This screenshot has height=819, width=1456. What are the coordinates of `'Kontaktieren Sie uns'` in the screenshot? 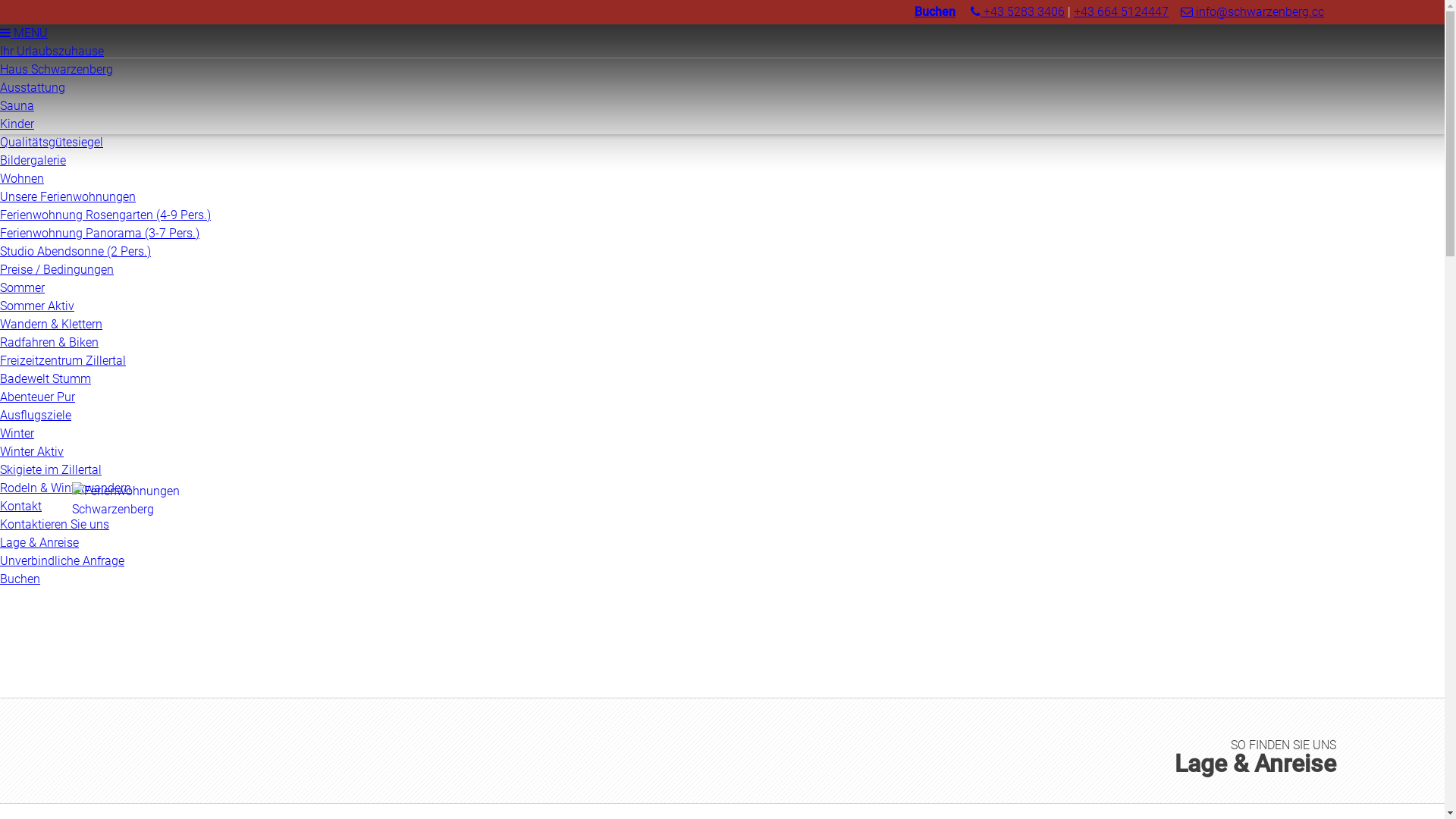 It's located at (0, 523).